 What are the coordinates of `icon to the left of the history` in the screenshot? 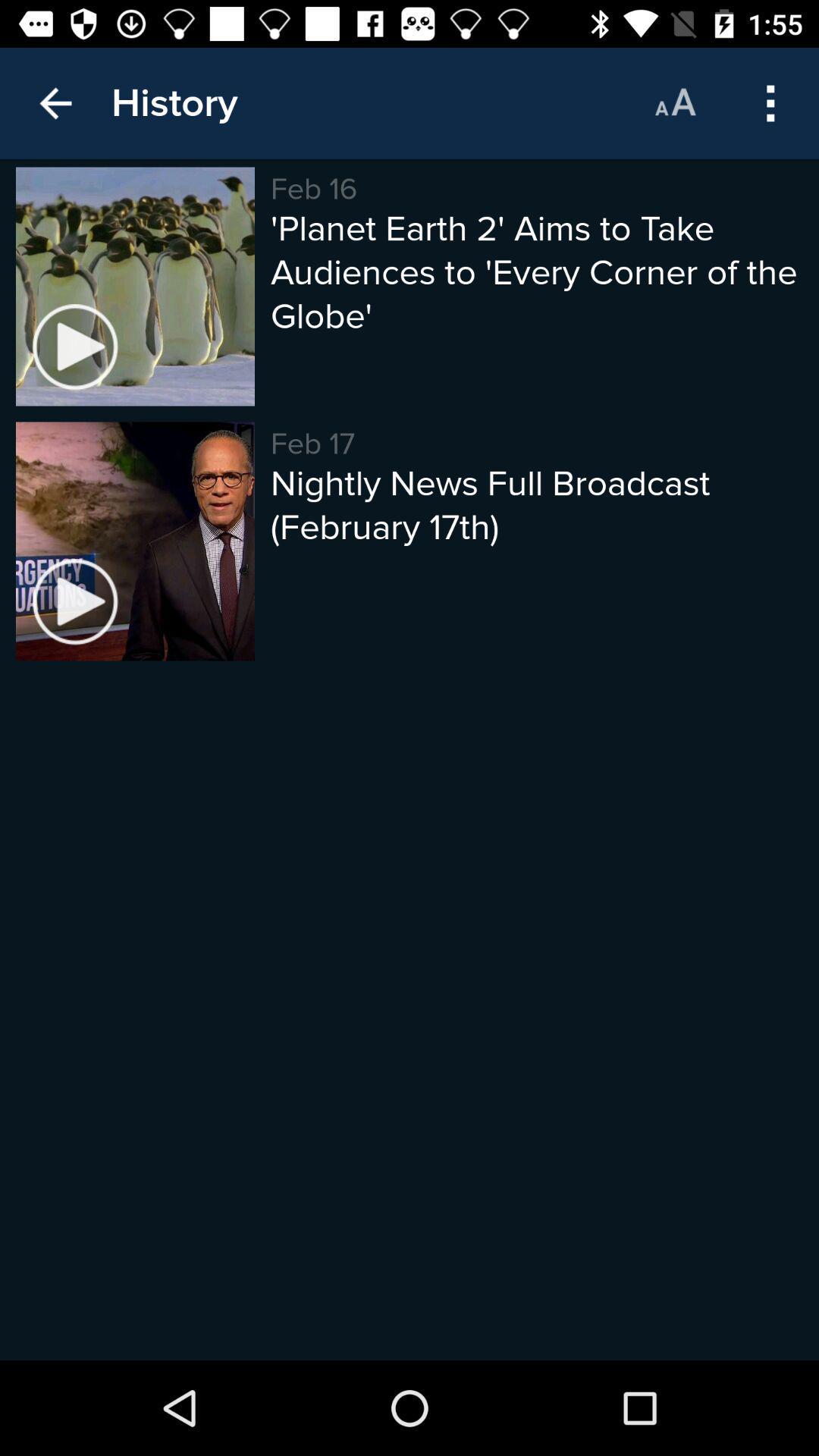 It's located at (55, 102).